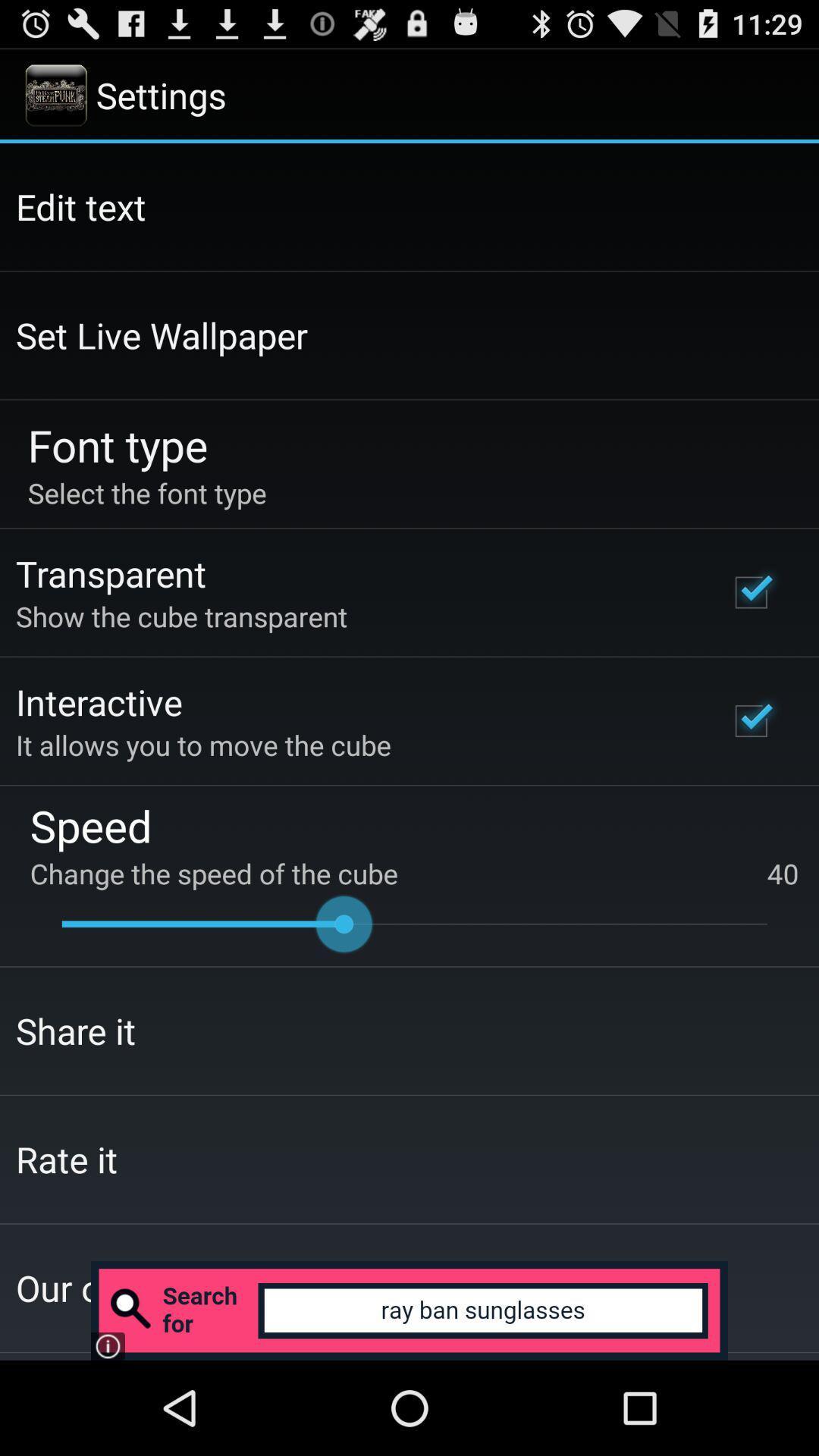 This screenshot has height=1456, width=819. What do you see at coordinates (409, 1310) in the screenshot?
I see `search bar` at bounding box center [409, 1310].